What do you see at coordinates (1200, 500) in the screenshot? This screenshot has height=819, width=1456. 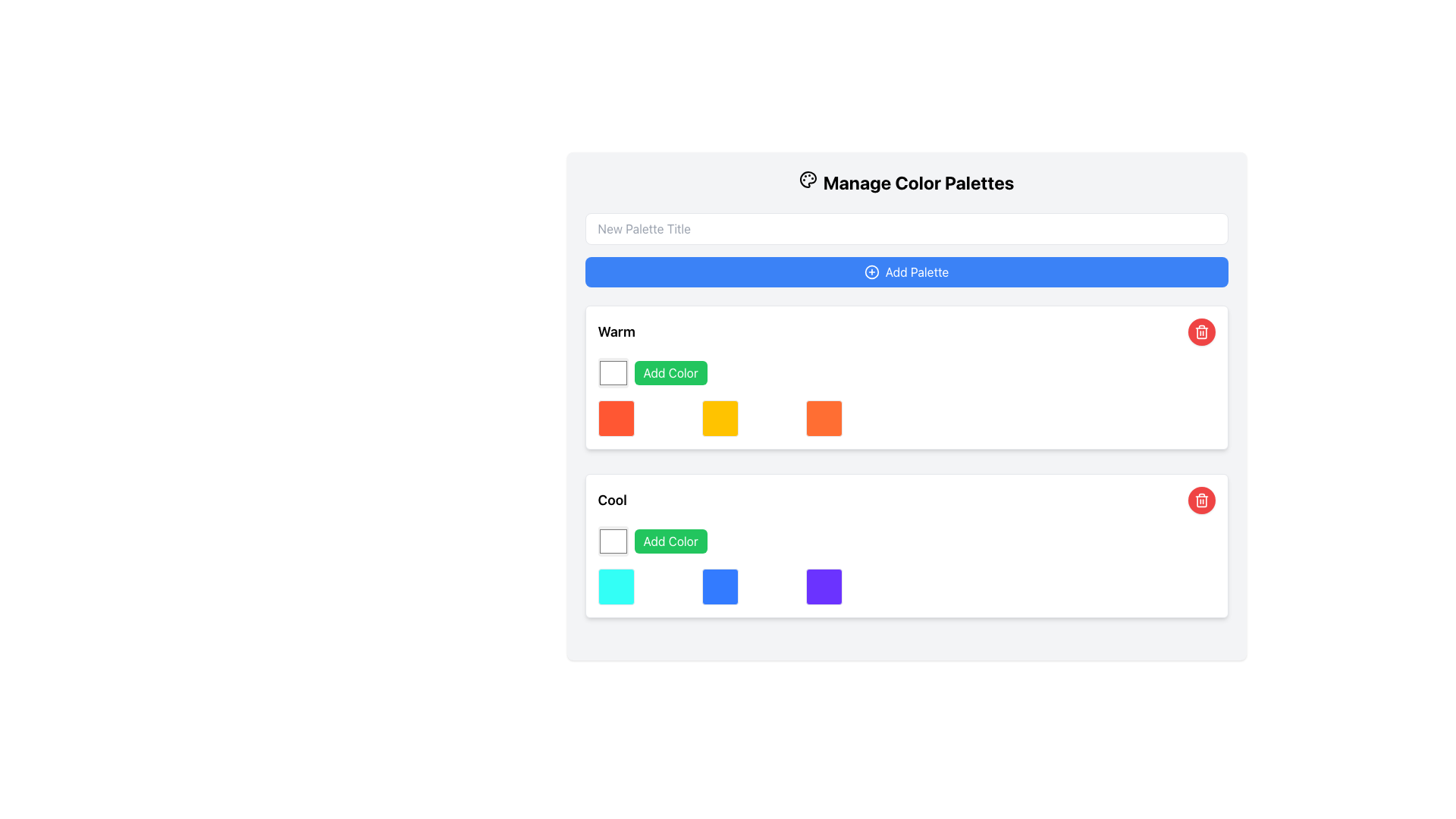 I see `the circular delete button located on the right side of the 'Cool' section` at bounding box center [1200, 500].